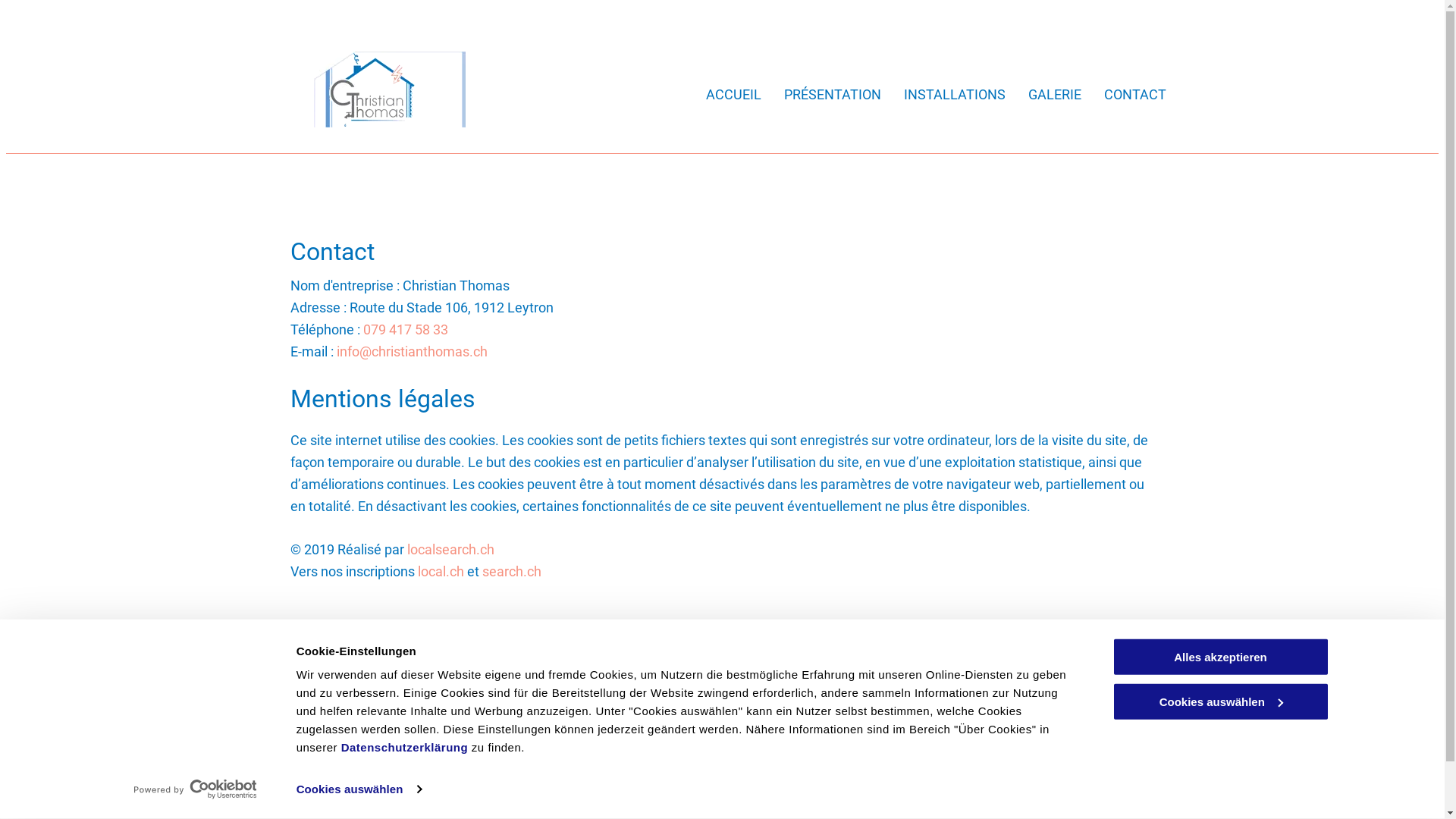  Describe the element at coordinates (733, 94) in the screenshot. I see `'ACCUEIL'` at that location.